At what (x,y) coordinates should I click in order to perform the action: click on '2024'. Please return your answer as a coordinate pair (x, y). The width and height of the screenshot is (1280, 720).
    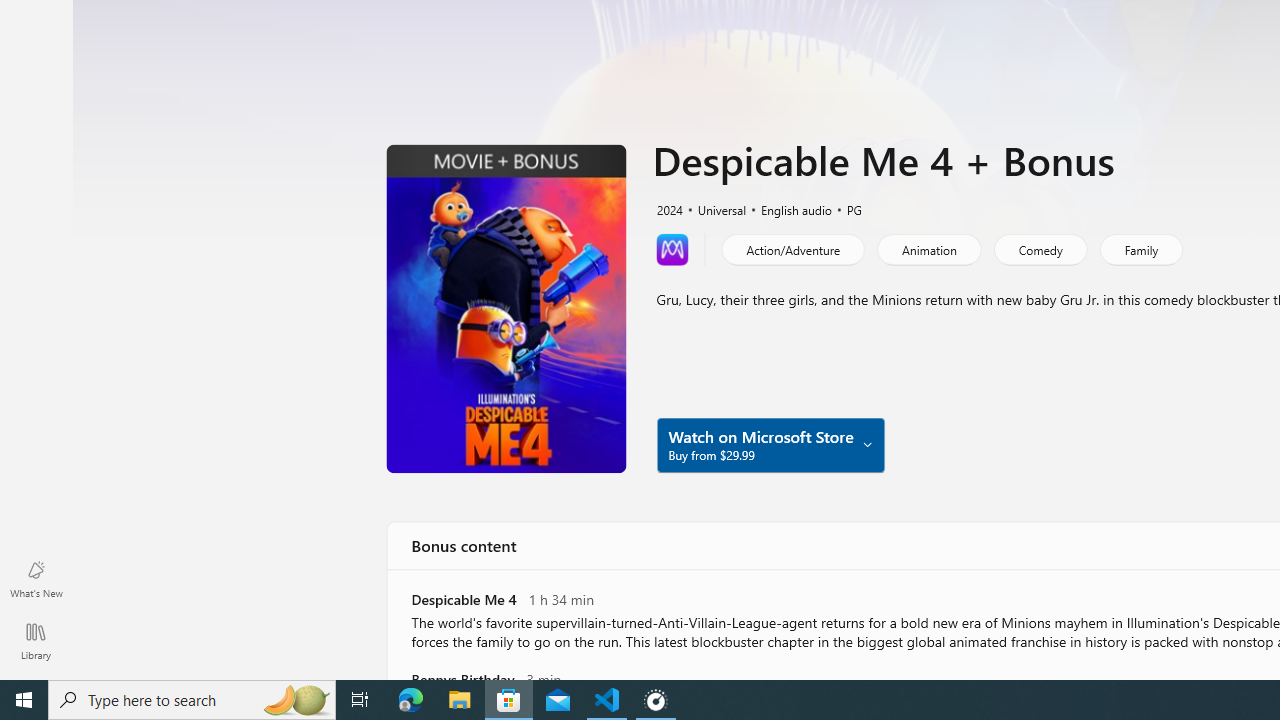
    Looking at the image, I should click on (668, 208).